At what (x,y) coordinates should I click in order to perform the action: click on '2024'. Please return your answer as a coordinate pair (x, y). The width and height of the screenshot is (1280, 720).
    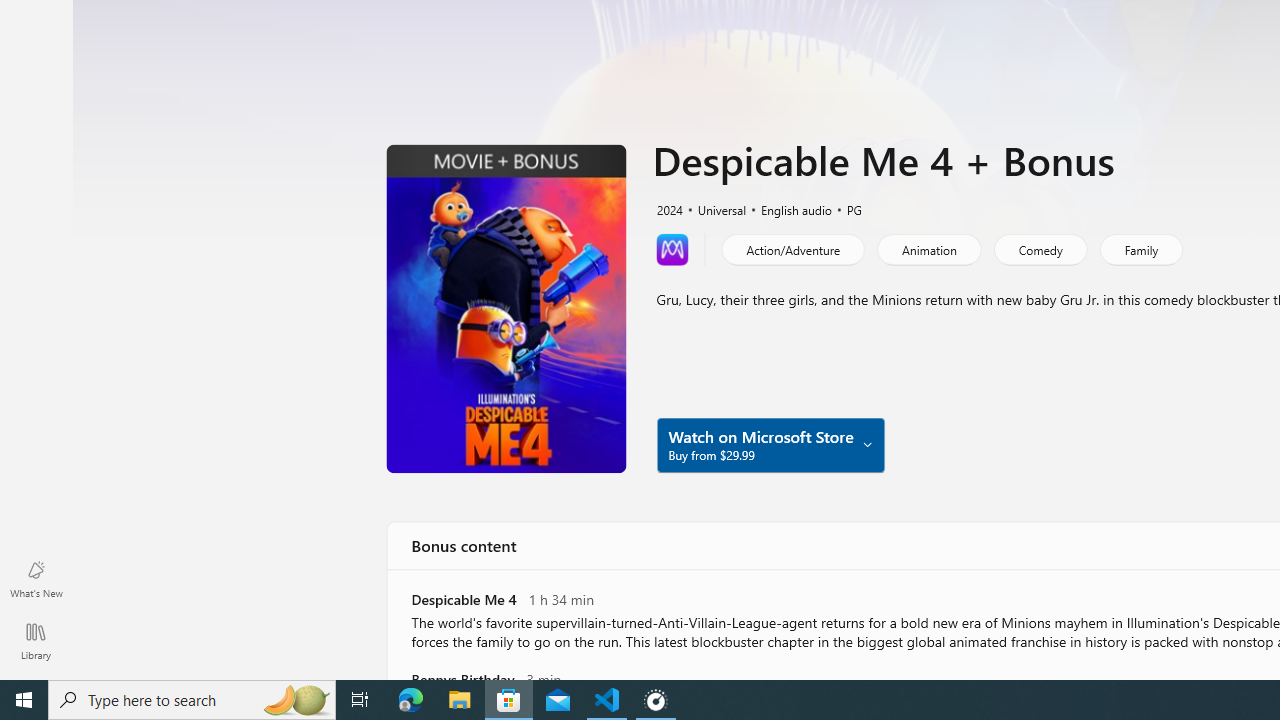
    Looking at the image, I should click on (668, 208).